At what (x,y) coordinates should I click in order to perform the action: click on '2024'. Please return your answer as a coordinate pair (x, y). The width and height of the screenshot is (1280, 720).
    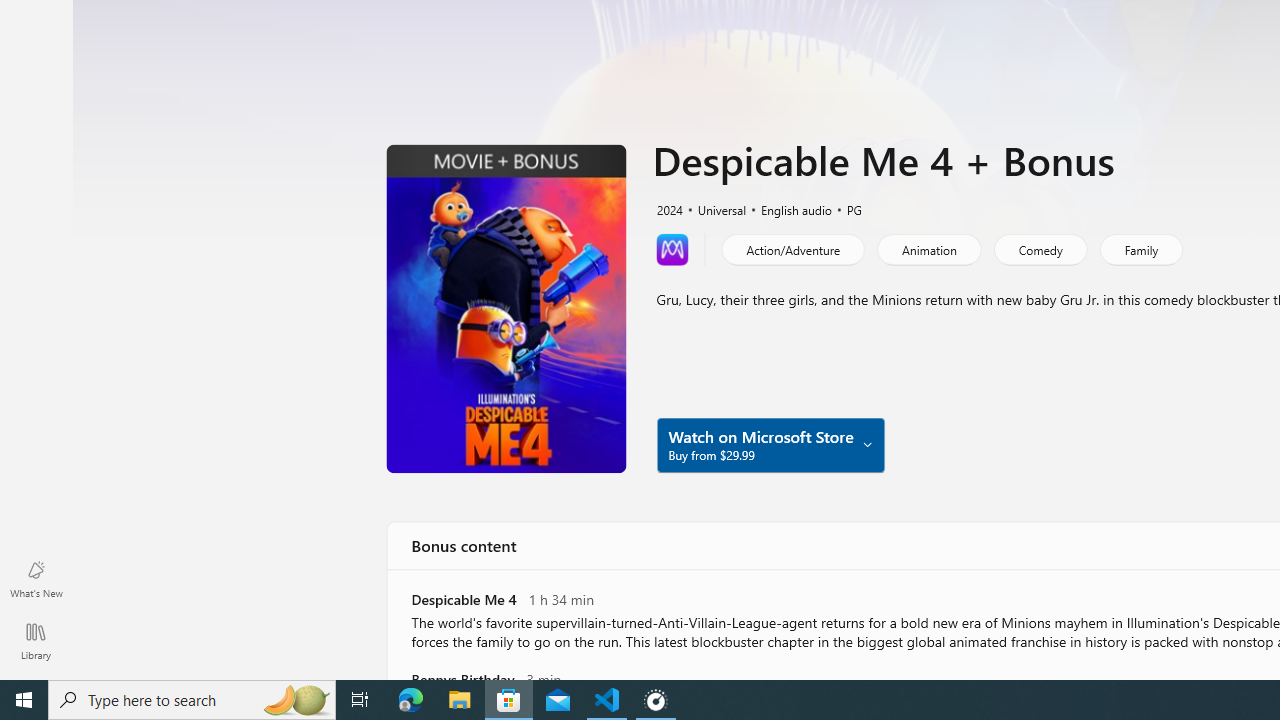
    Looking at the image, I should click on (668, 208).